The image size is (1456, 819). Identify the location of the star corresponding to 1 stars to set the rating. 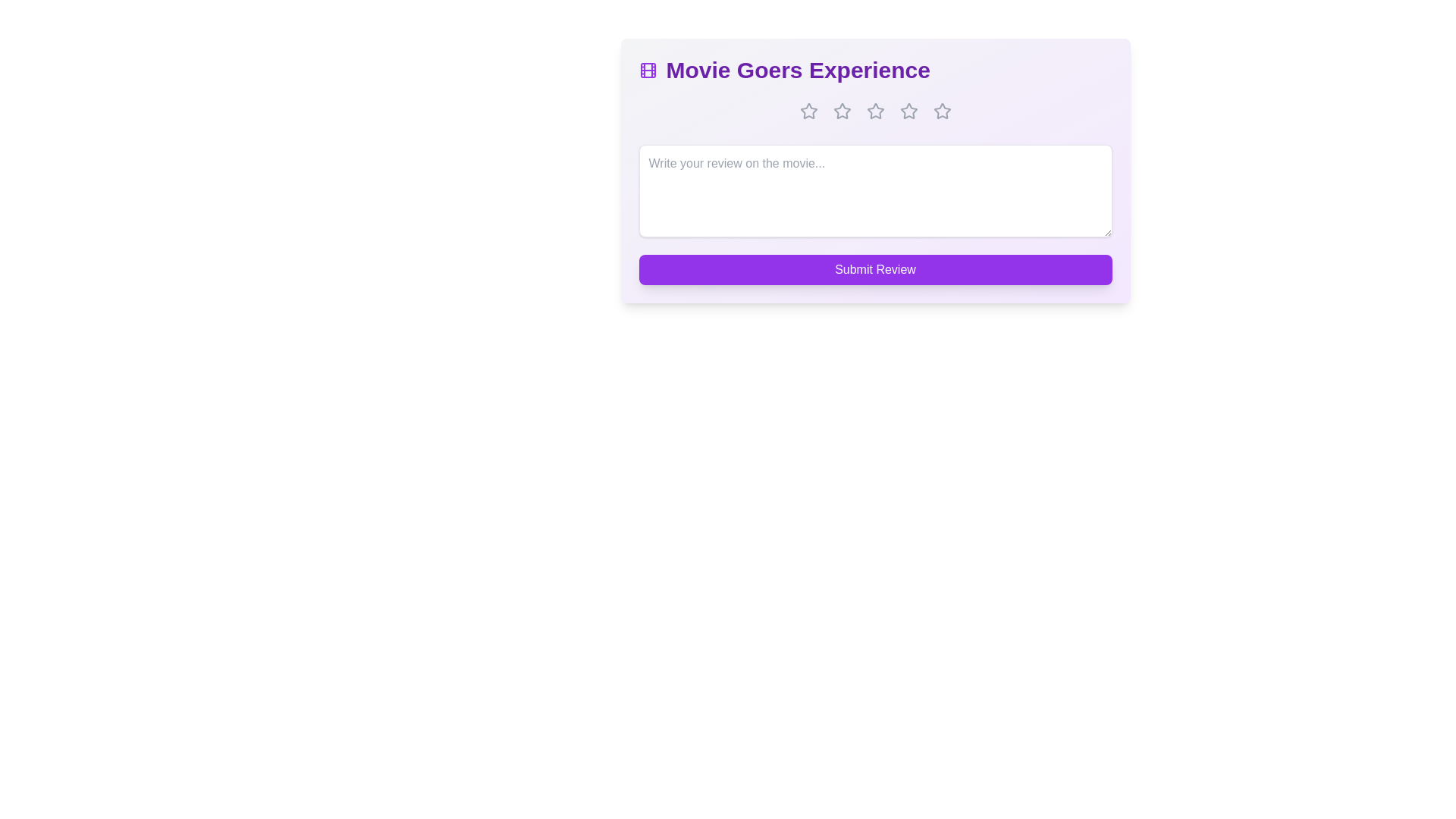
(808, 110).